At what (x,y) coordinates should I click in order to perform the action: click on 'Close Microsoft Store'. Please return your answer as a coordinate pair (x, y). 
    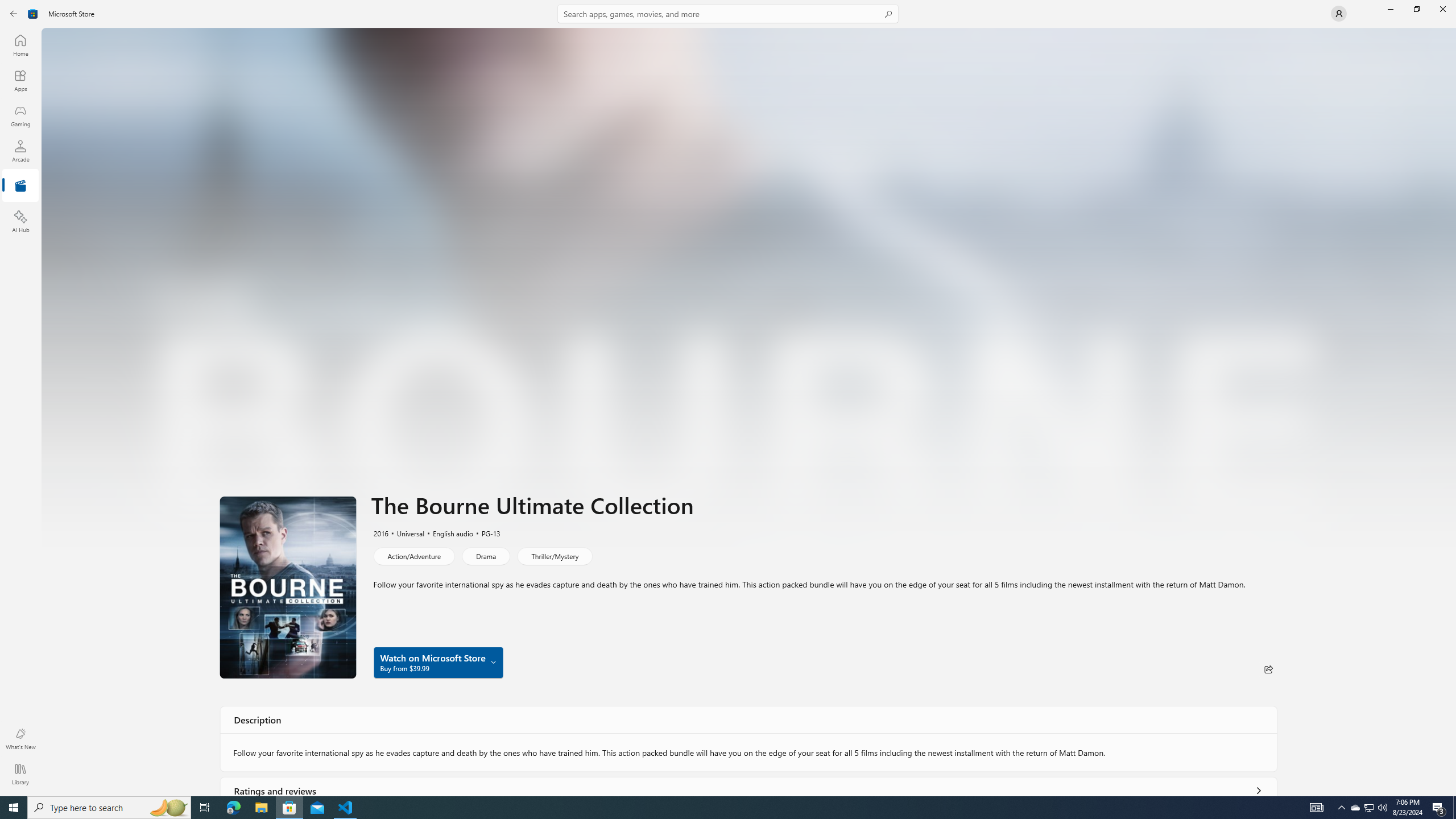
    Looking at the image, I should click on (1442, 9).